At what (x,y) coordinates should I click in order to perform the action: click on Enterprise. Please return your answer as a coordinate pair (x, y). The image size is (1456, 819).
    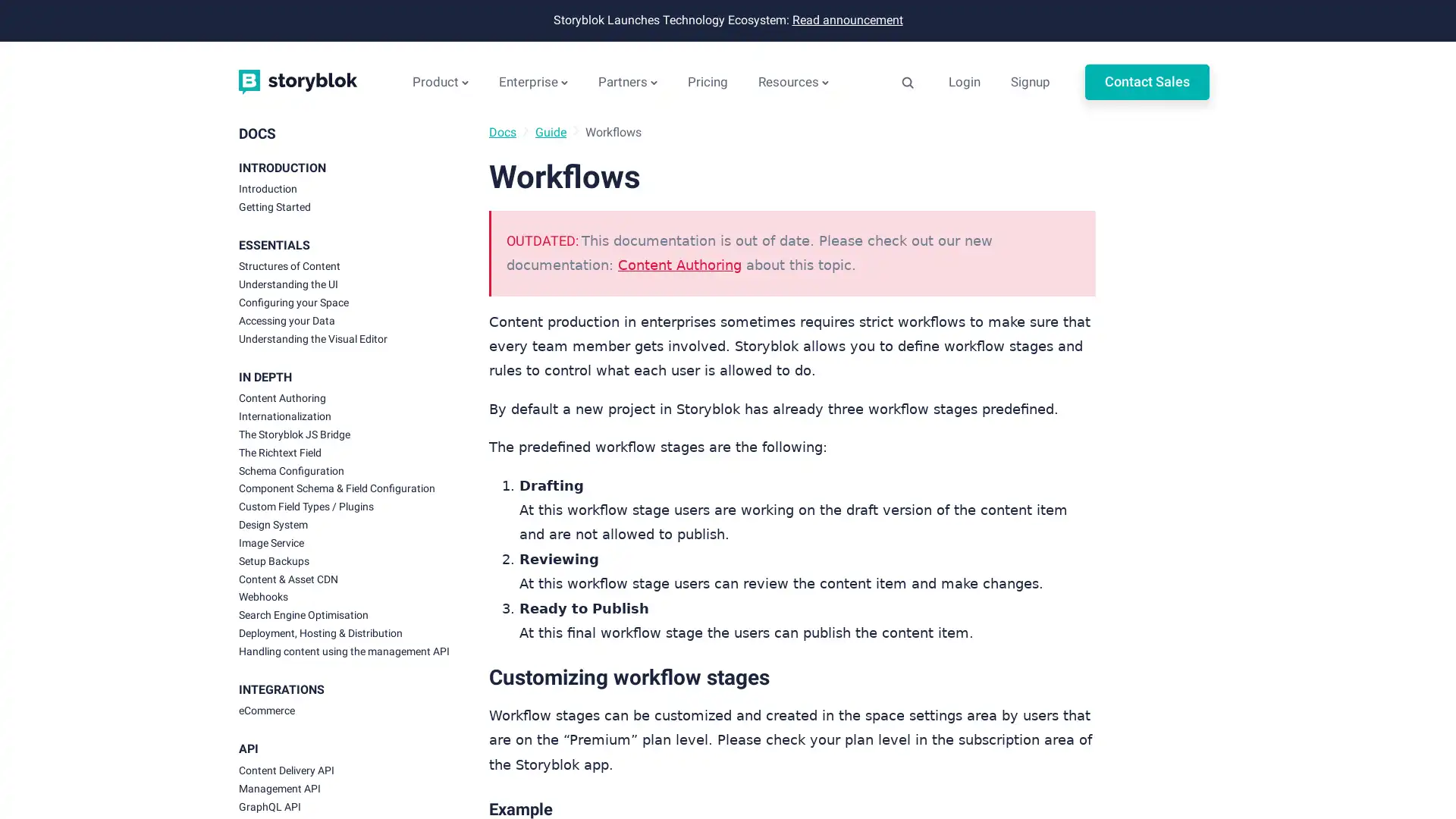
    Looking at the image, I should click on (533, 82).